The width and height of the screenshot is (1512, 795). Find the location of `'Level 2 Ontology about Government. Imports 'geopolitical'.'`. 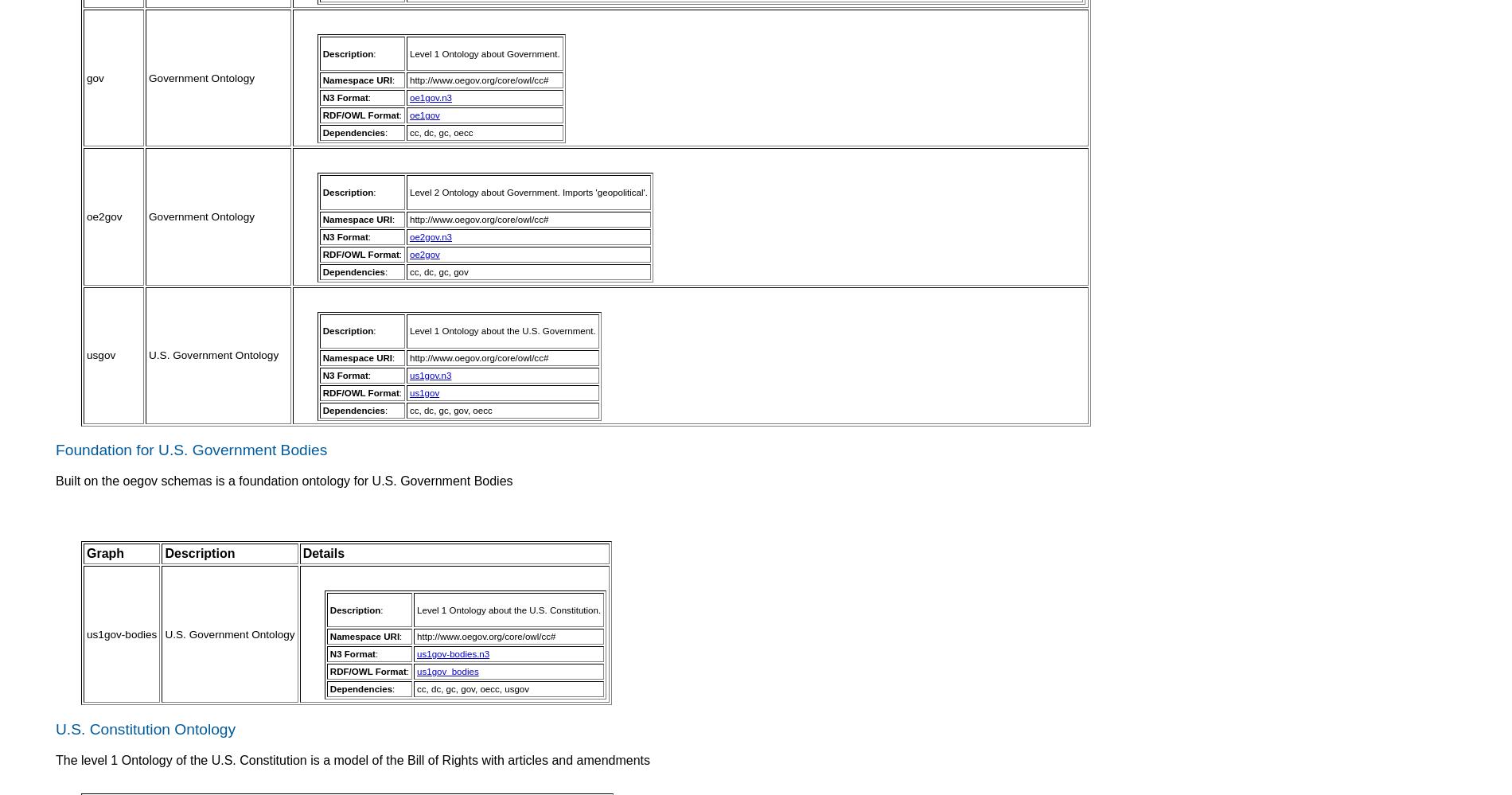

'Level 2 Ontology about Government. Imports 'geopolitical'.' is located at coordinates (528, 192).